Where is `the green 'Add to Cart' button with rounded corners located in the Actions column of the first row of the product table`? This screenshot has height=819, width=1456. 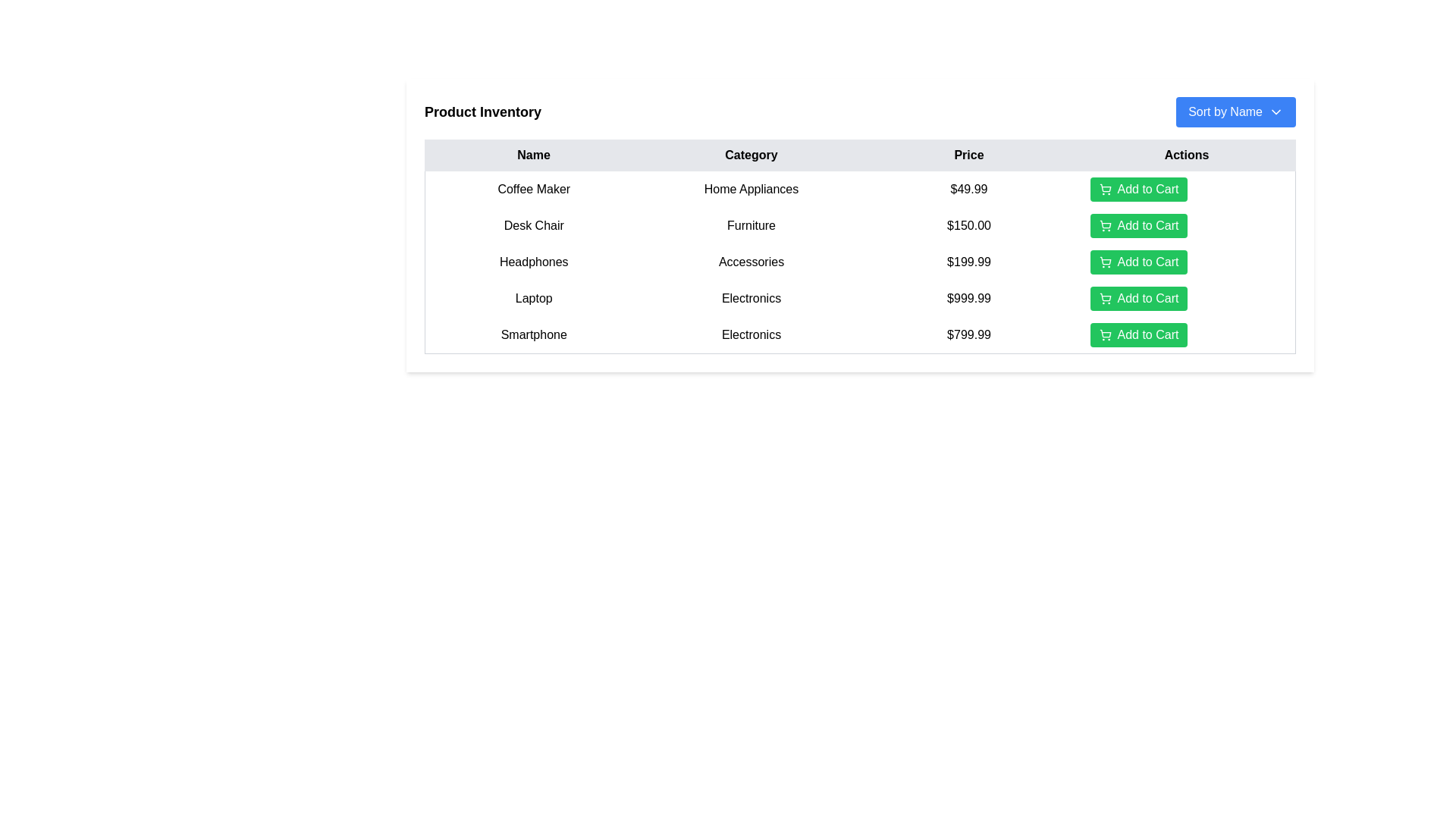
the green 'Add to Cart' button with rounded corners located in the Actions column of the first row of the product table is located at coordinates (1139, 189).